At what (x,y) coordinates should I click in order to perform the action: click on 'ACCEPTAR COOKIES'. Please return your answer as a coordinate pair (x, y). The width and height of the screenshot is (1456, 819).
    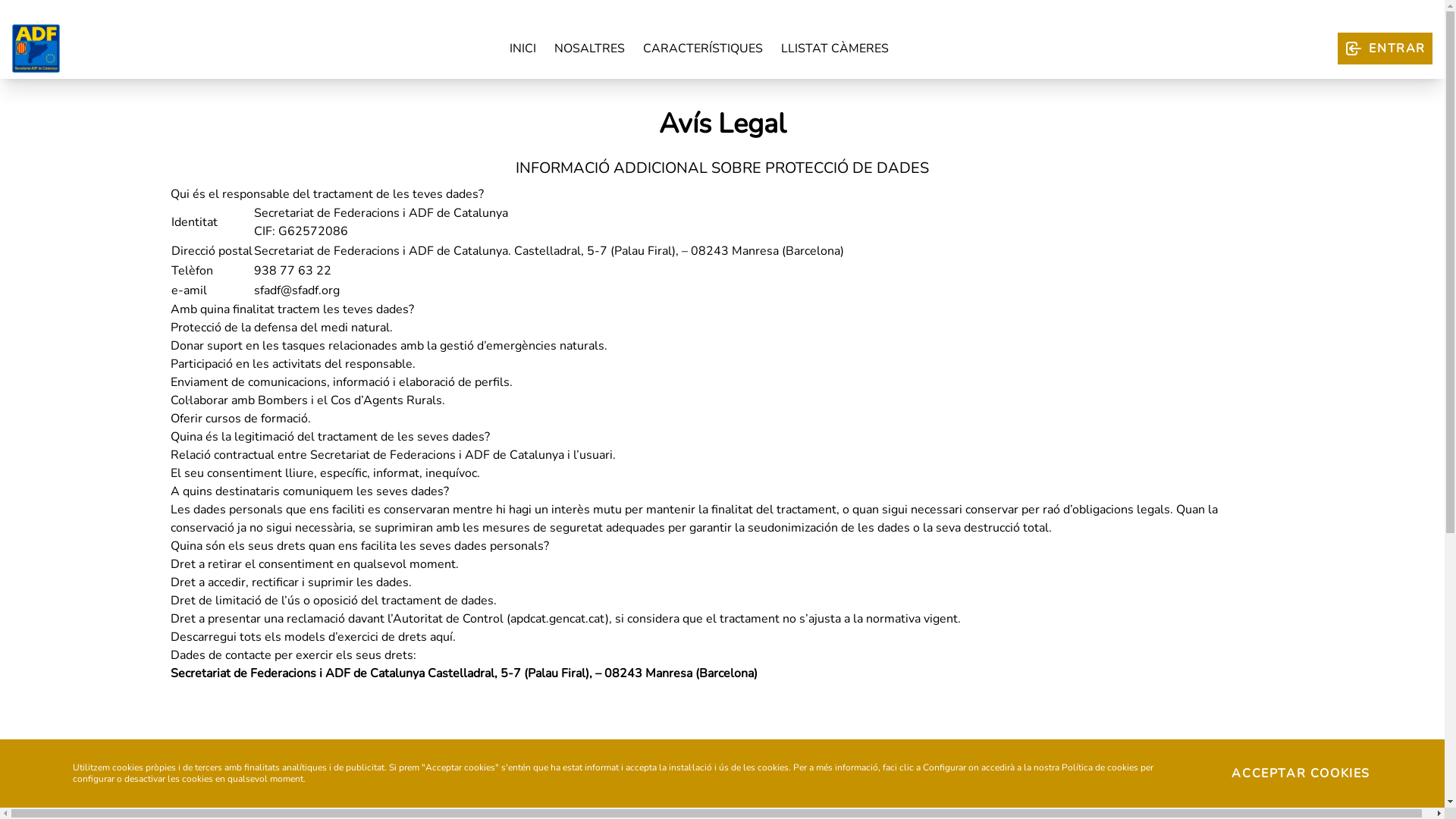
    Looking at the image, I should click on (1300, 773).